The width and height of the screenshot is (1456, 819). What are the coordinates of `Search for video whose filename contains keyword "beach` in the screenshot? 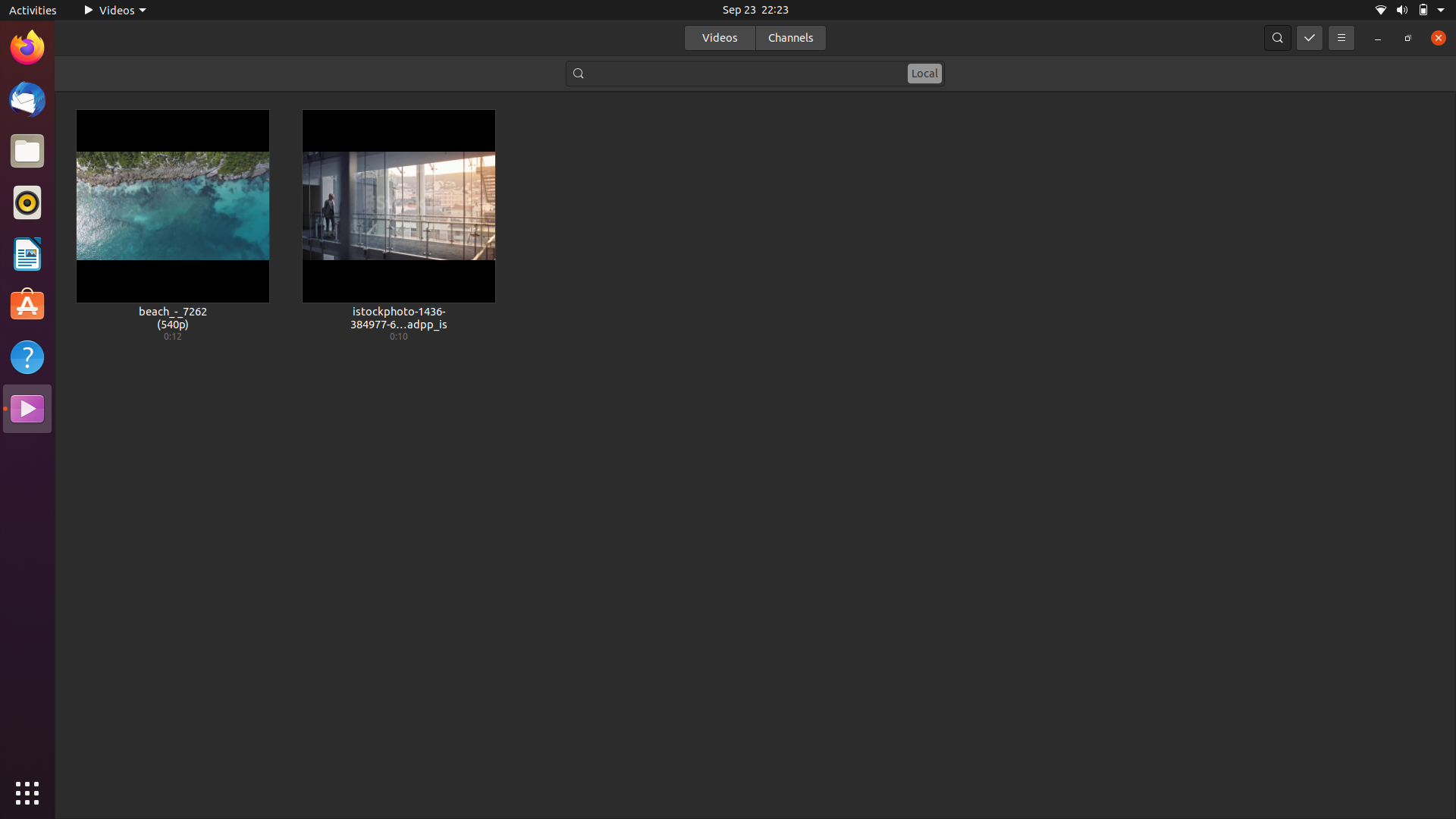 It's located at (755, 72).